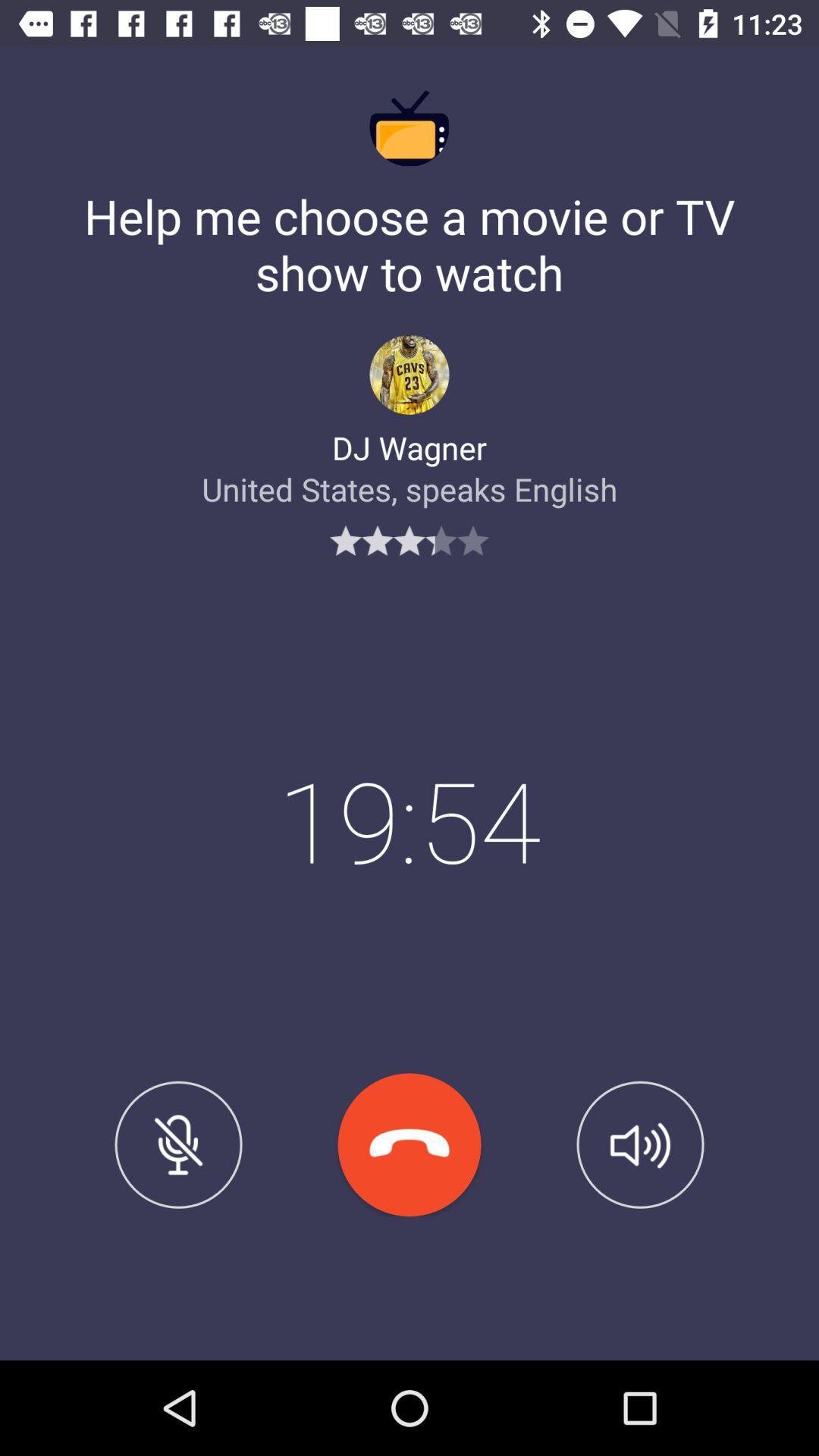 The image size is (819, 1456). I want to click on speaker option, so click(640, 1144).